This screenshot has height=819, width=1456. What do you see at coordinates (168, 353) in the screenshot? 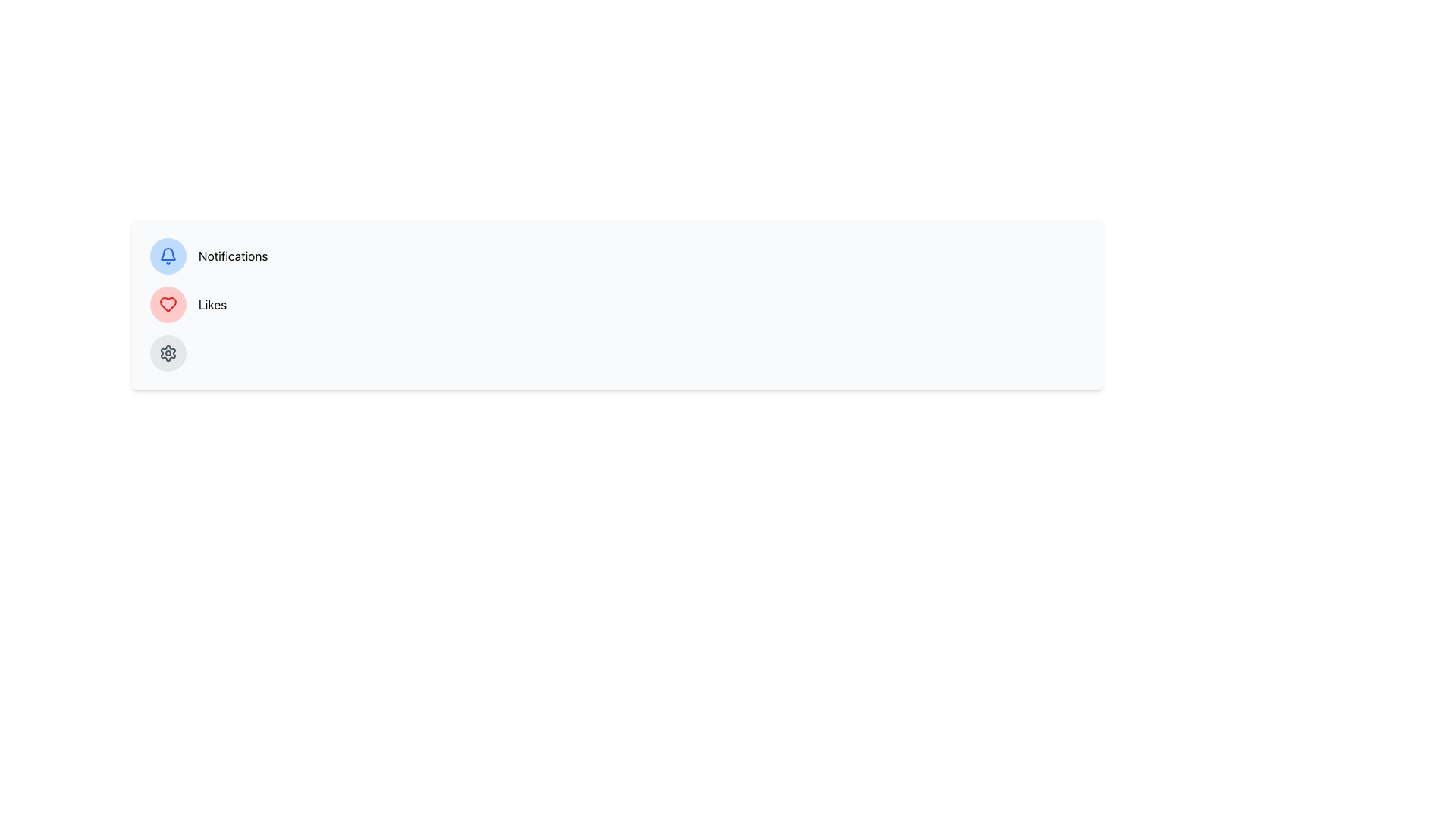
I see `the gear-like icon indicative of settings functionalities, which is positioned at the lower part of a vertical list on the left side of the interface, beneath the 'Likes' and 'Notifications' icons` at bounding box center [168, 353].